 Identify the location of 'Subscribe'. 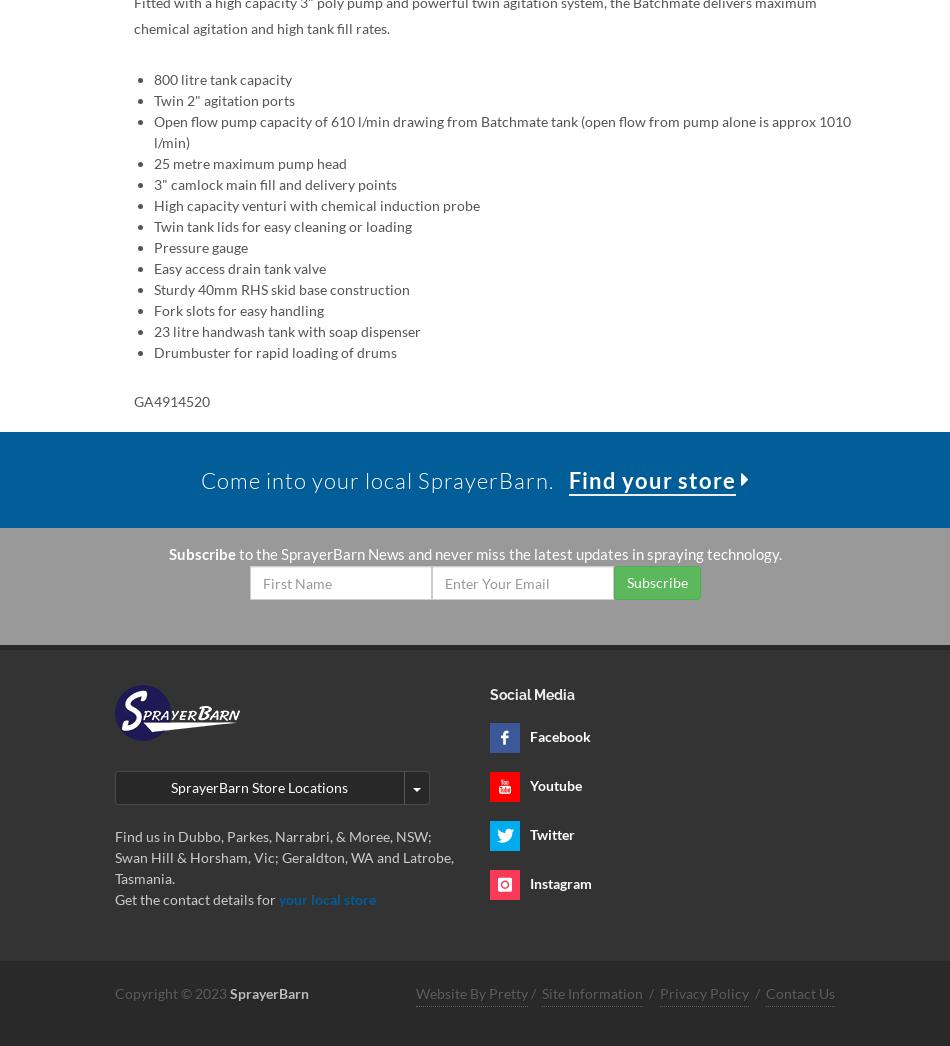
(201, 552).